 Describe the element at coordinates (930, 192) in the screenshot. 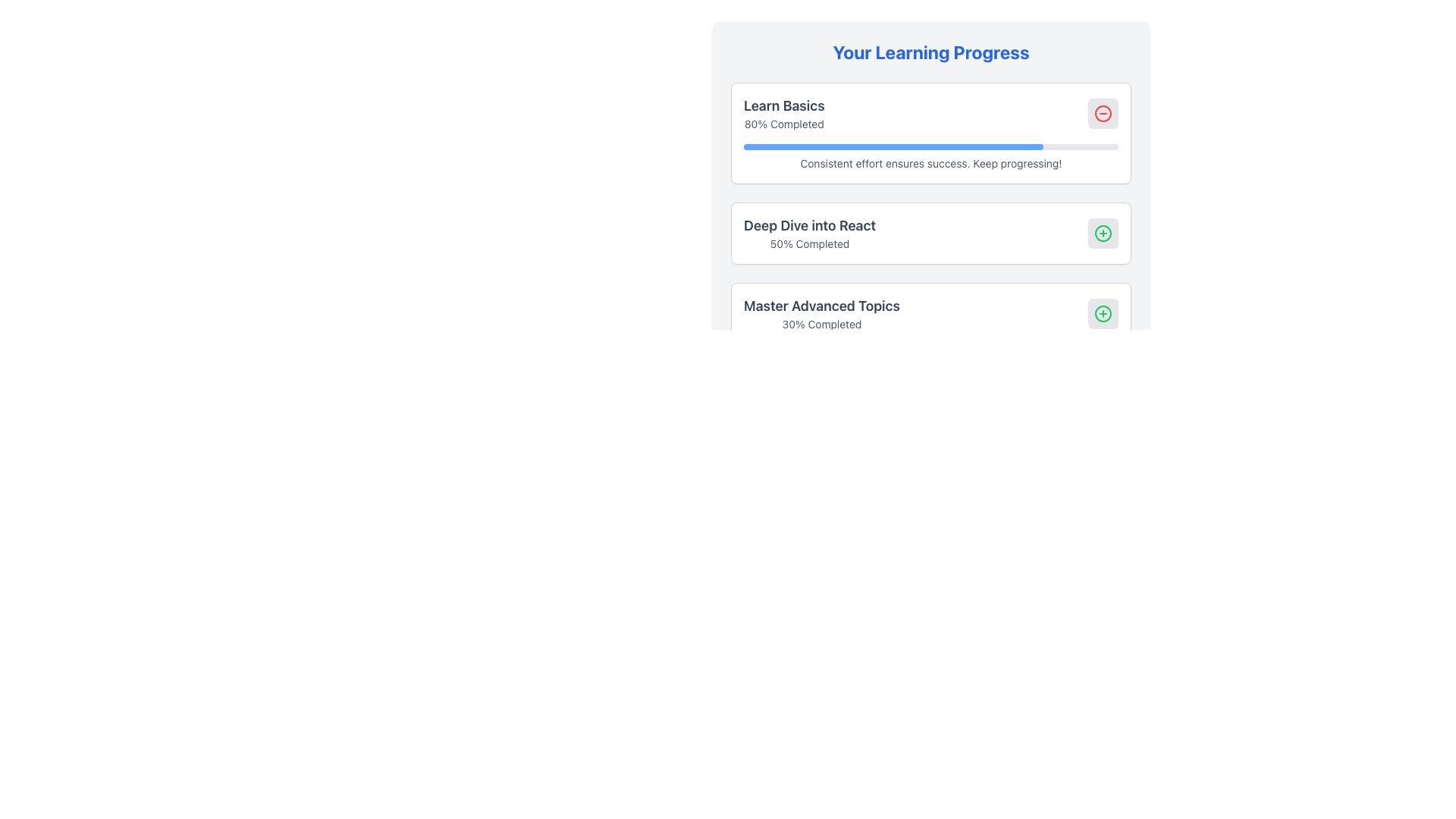

I see `the individual progress items in the Progress Card or Dashboard Section, which is centrally located in the middle-right area of the viewport` at that location.